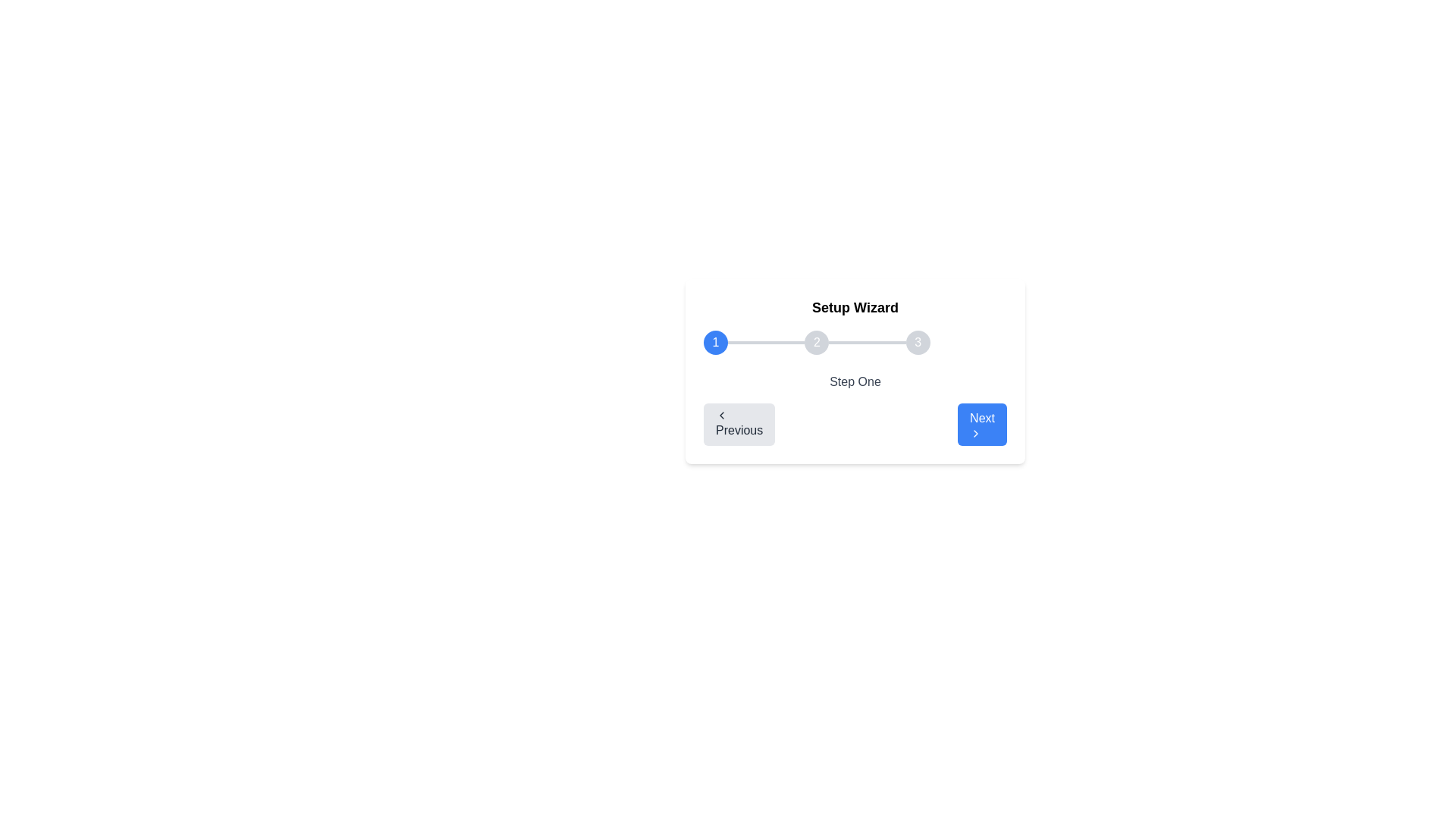 The image size is (1456, 819). I want to click on the third step indicator in the horizontal stepper, so click(955, 342).